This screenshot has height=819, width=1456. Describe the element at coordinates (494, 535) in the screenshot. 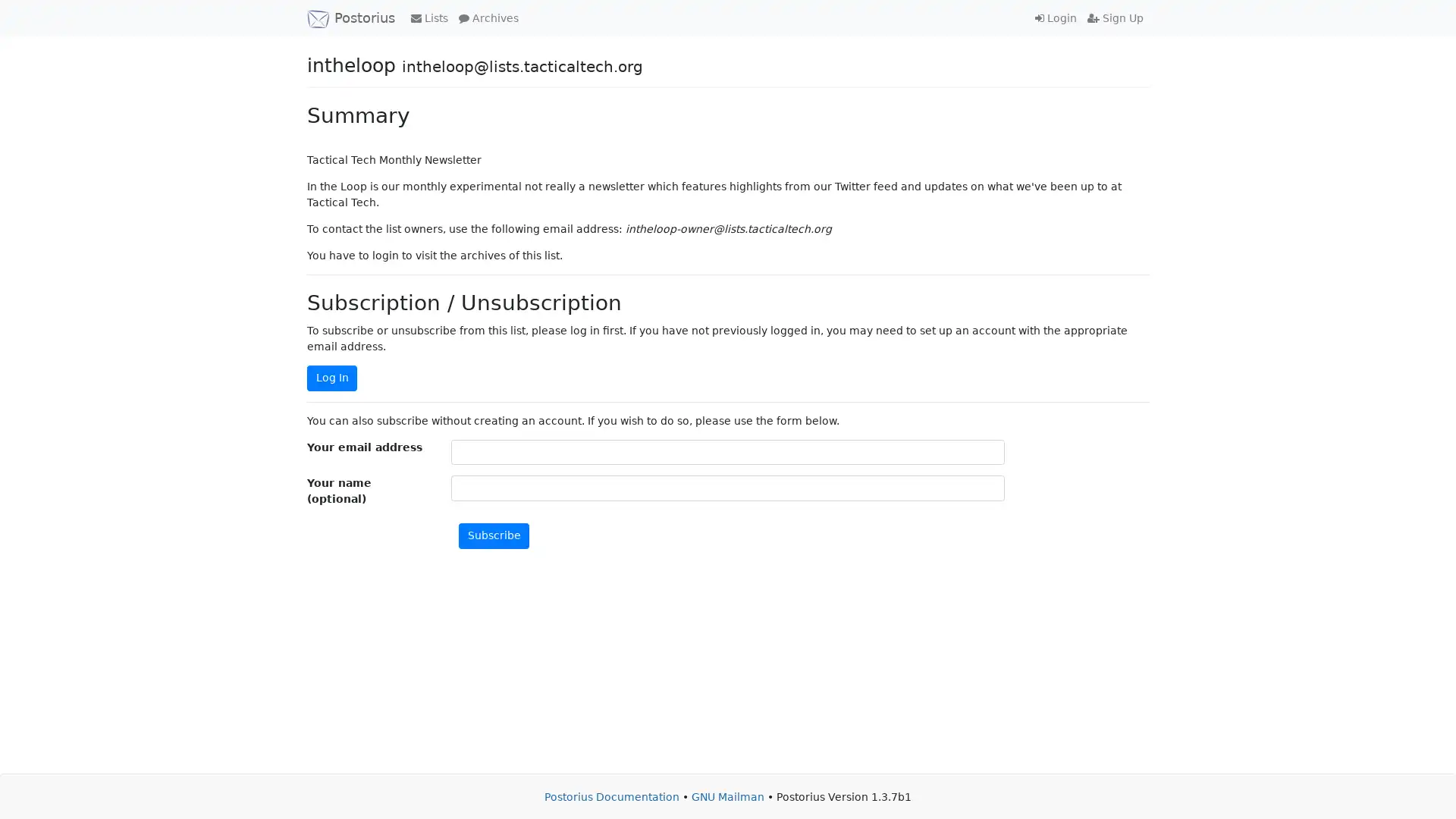

I see `Subscribe` at that location.